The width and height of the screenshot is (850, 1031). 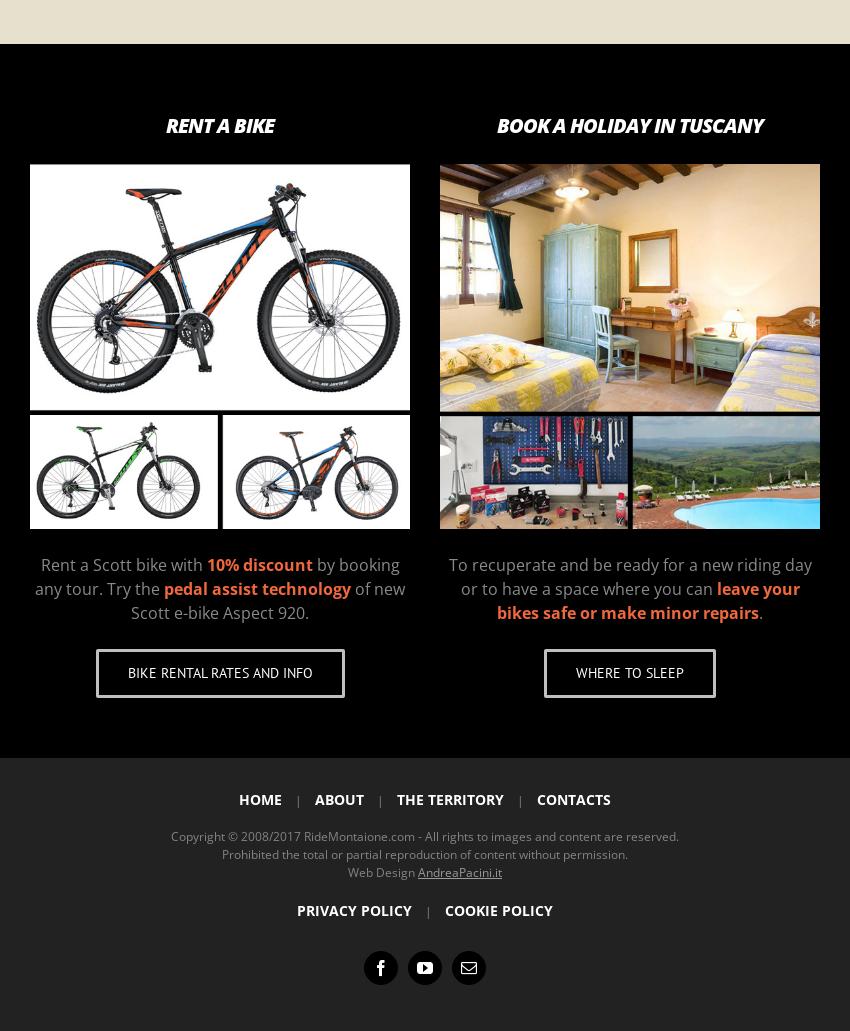 What do you see at coordinates (205, 562) in the screenshot?
I see `'10% discount'` at bounding box center [205, 562].